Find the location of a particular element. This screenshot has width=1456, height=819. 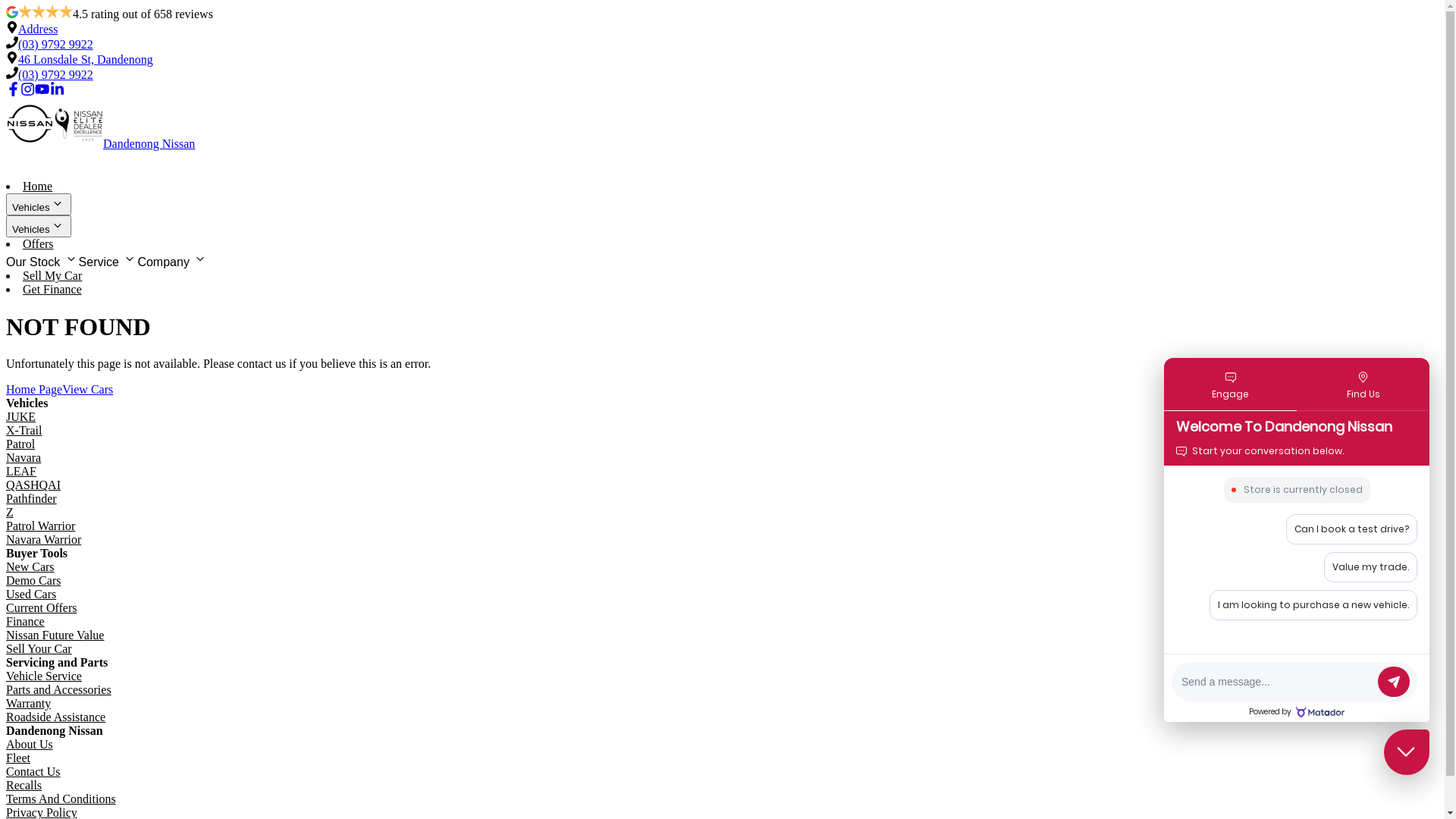

'(03) 9792 9922' is located at coordinates (55, 43).